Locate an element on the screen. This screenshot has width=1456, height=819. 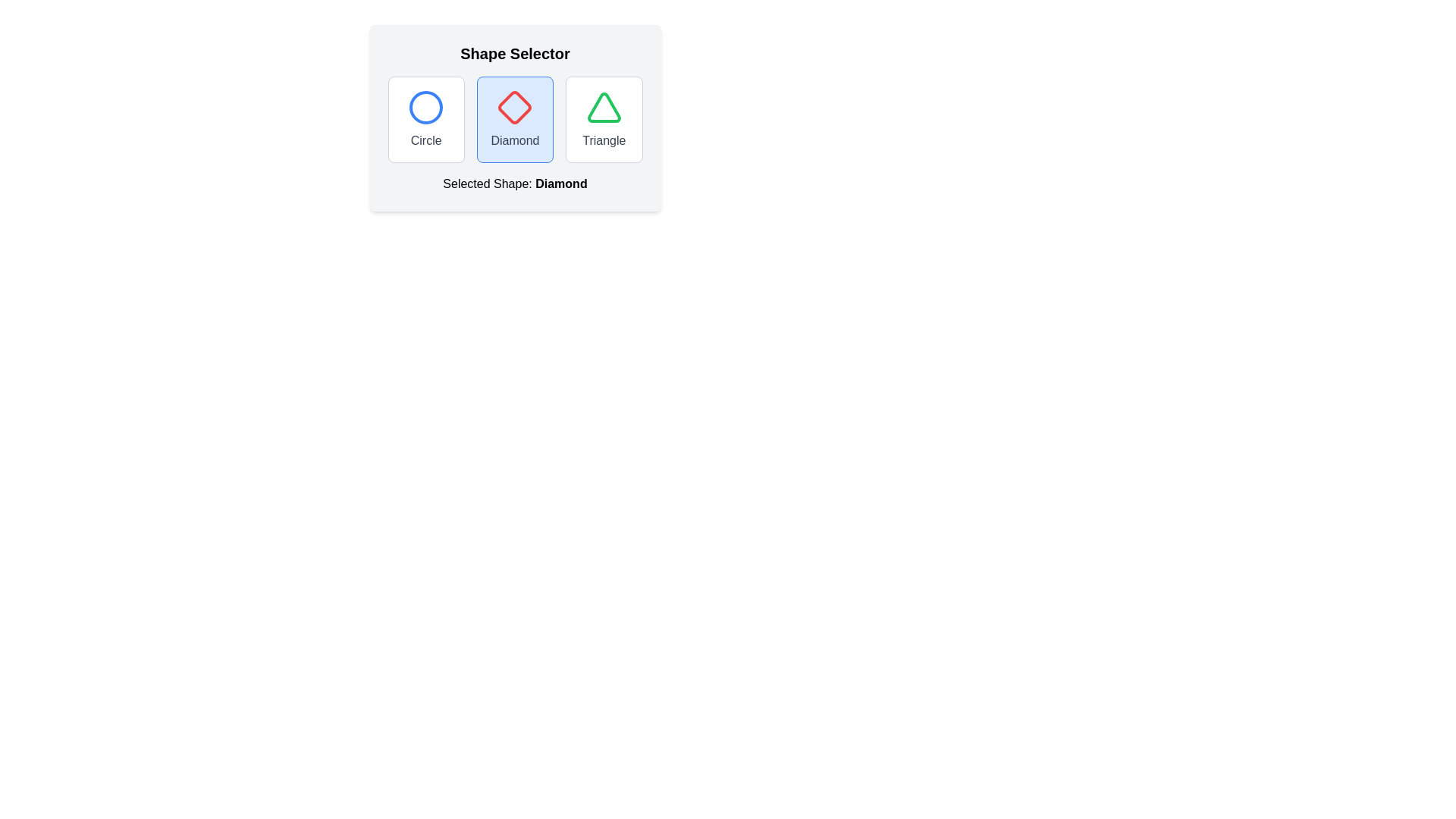
selectable 'Diamond' shape option within the 'Shape Selector' section by clicking on it is located at coordinates (515, 119).